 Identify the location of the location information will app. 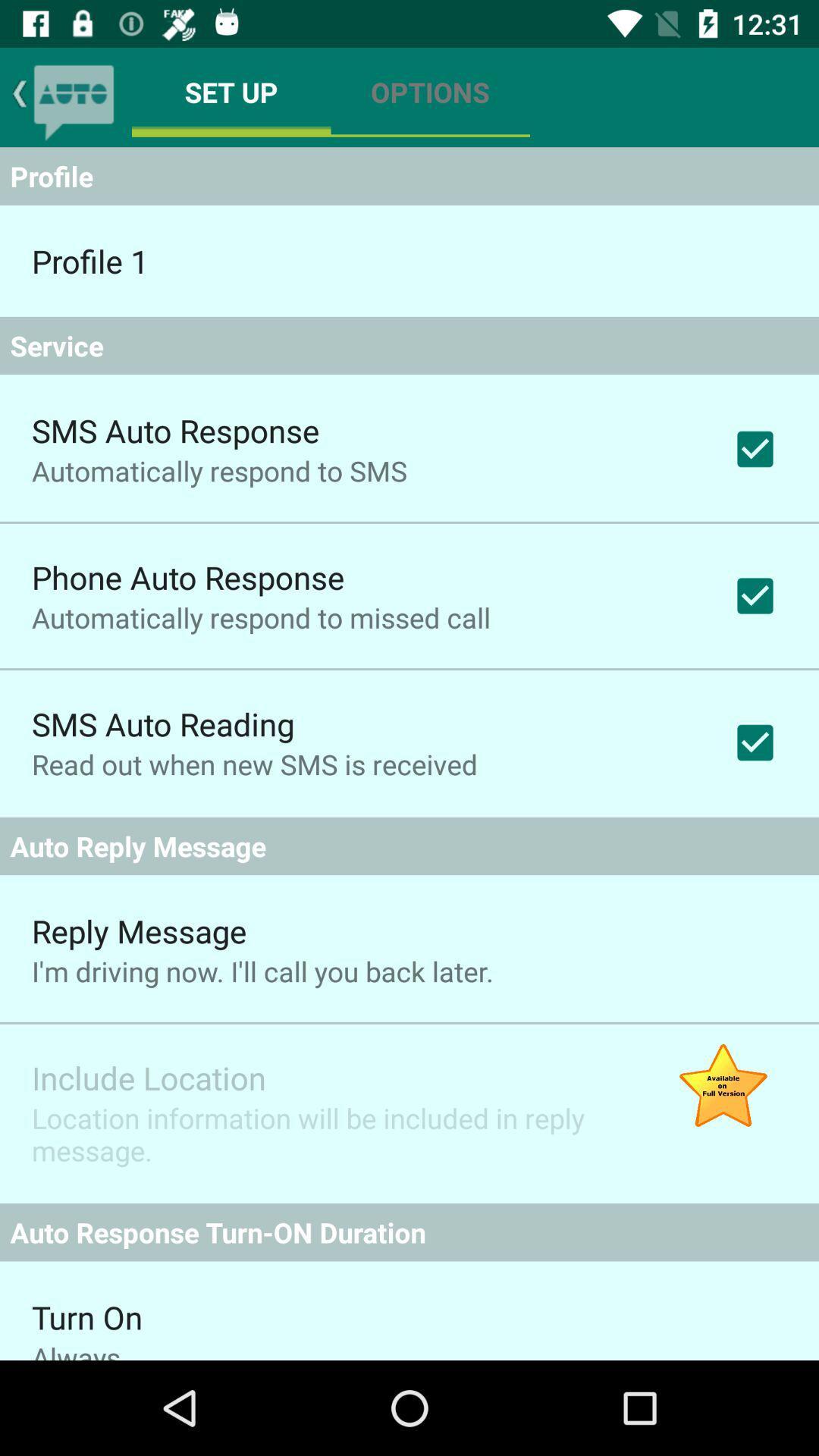
(329, 1134).